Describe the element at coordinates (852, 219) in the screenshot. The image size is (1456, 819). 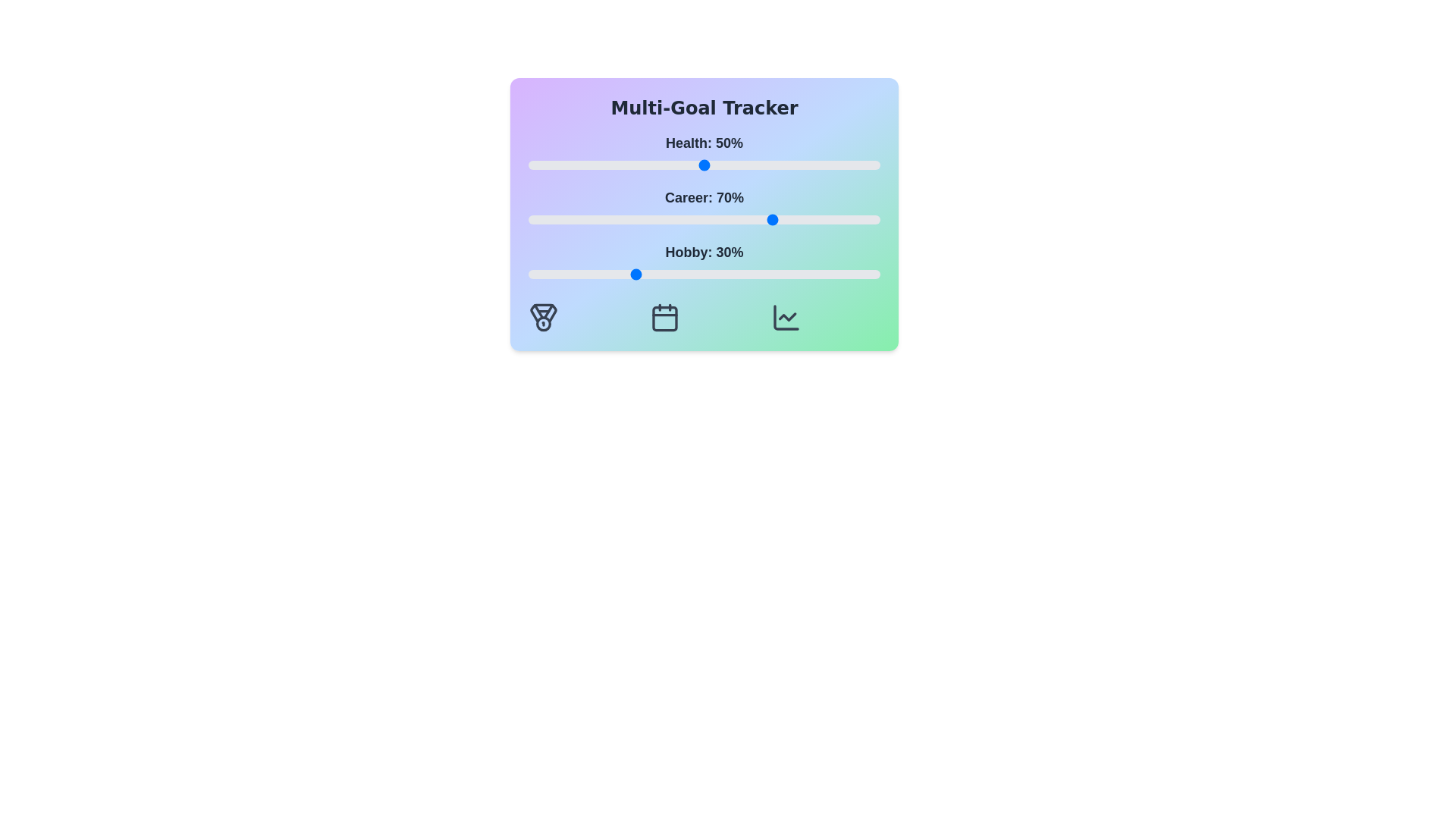
I see `the 'Career' slider to 92%` at that location.